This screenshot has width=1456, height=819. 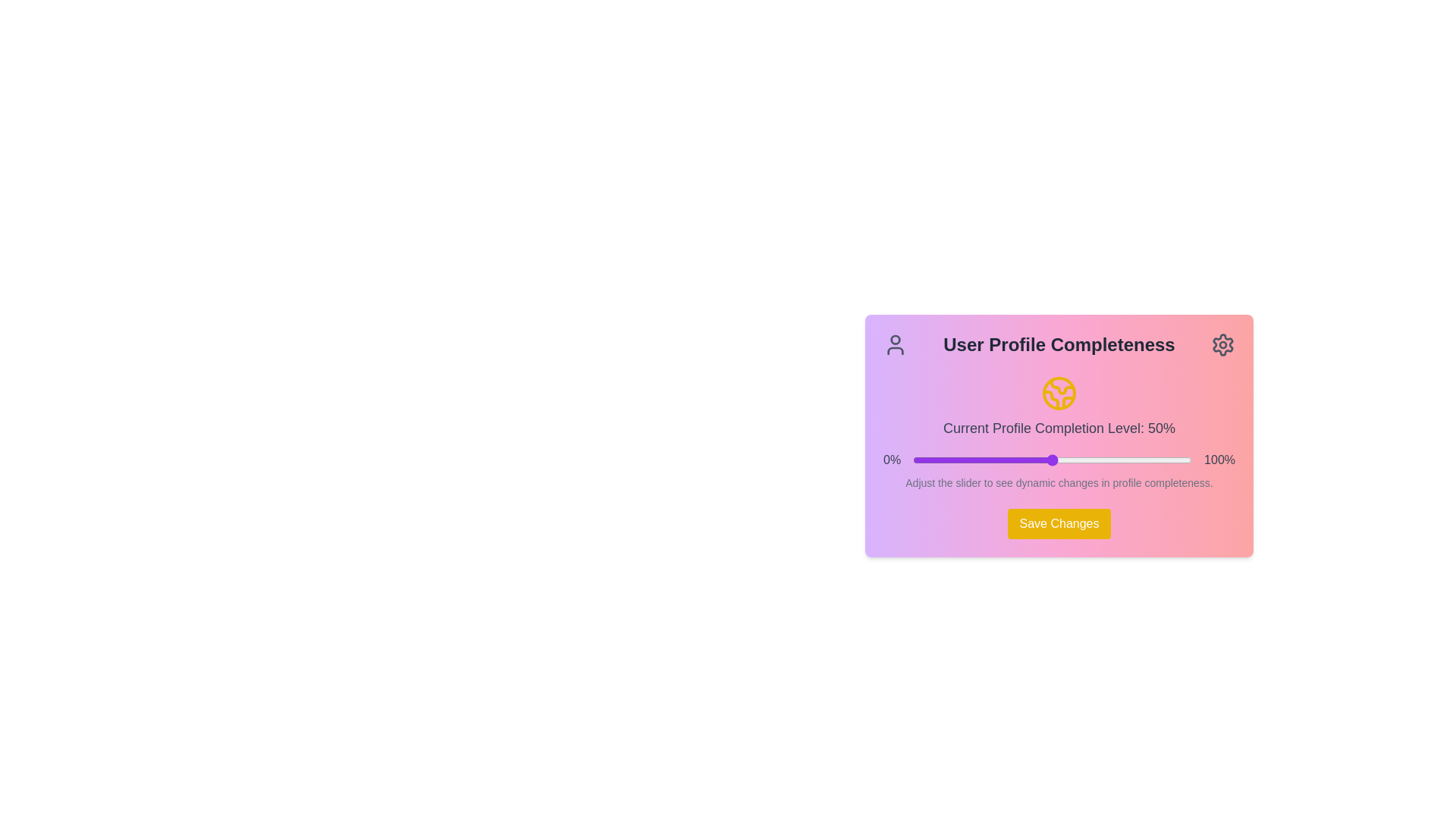 What do you see at coordinates (1058, 393) in the screenshot?
I see `the decorative icon representing the user profile completeness, located at the center of the card titled 'User Profile Completeness'` at bounding box center [1058, 393].